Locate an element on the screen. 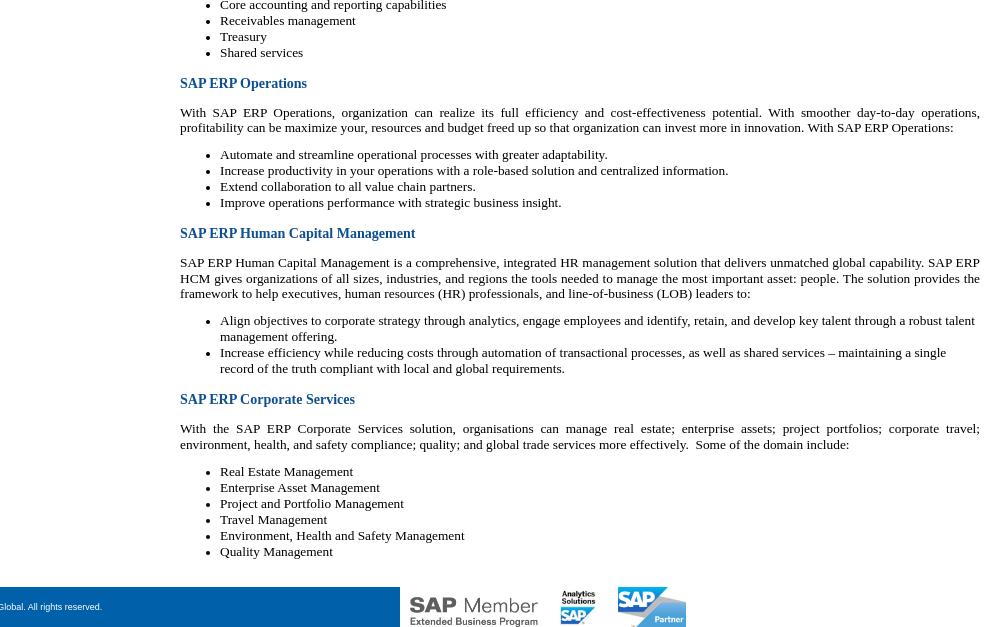 This screenshot has width=1001, height=627. 'Travel Management' is located at coordinates (272, 518).